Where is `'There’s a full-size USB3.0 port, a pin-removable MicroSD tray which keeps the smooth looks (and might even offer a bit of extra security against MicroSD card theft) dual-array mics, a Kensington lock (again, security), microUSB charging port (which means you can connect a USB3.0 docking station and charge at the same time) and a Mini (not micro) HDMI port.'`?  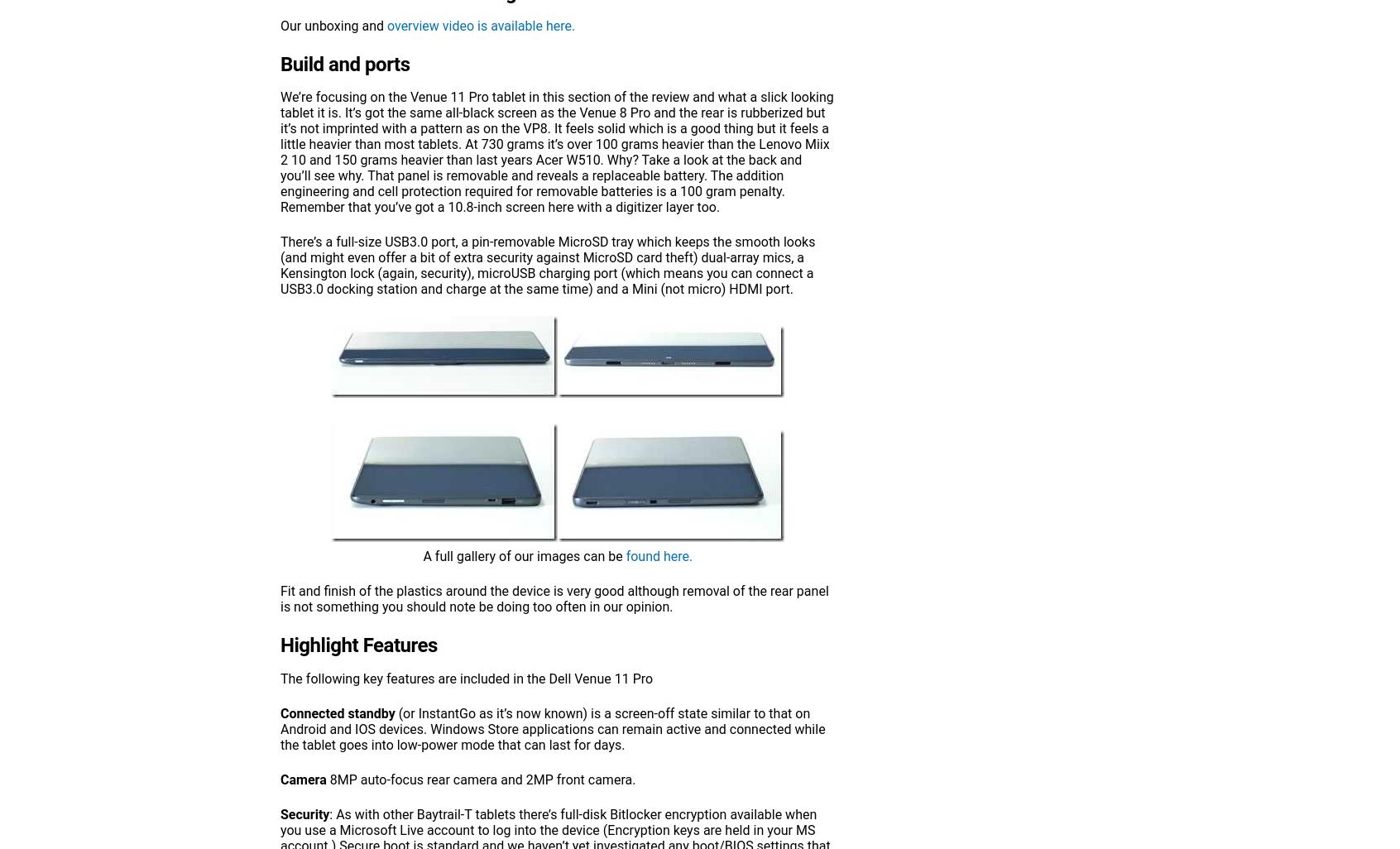 'There’s a full-size USB3.0 port, a pin-removable MicroSD tray which keeps the smooth looks (and might even offer a bit of extra security against MicroSD card theft) dual-array mics, a Kensington lock (again, security), microUSB charging port (which means you can connect a USB3.0 docking station and charge at the same time) and a Mini (not micro) HDMI port.' is located at coordinates (548, 266).